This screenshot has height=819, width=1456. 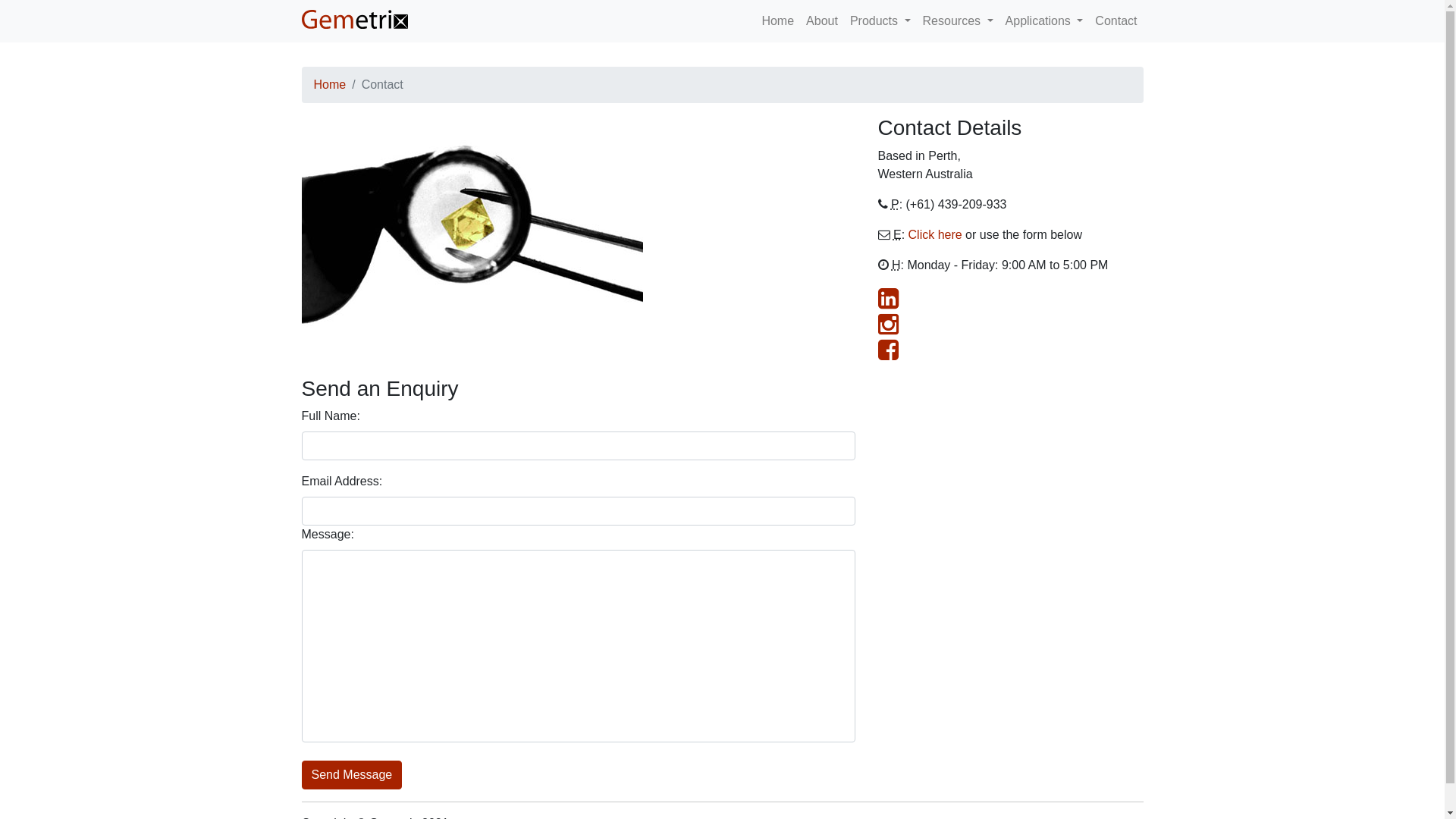 I want to click on 'About', so click(x=821, y=20).